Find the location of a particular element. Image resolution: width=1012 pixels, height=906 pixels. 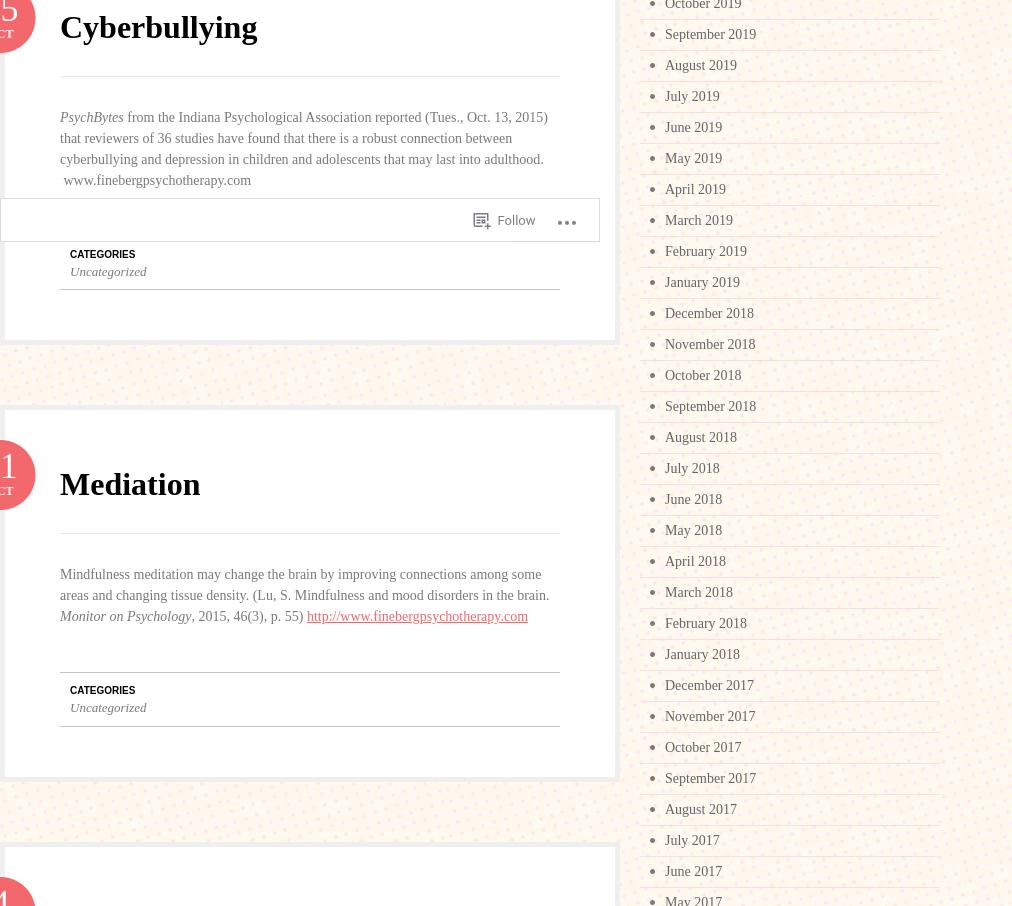

'September 2018' is located at coordinates (710, 405).